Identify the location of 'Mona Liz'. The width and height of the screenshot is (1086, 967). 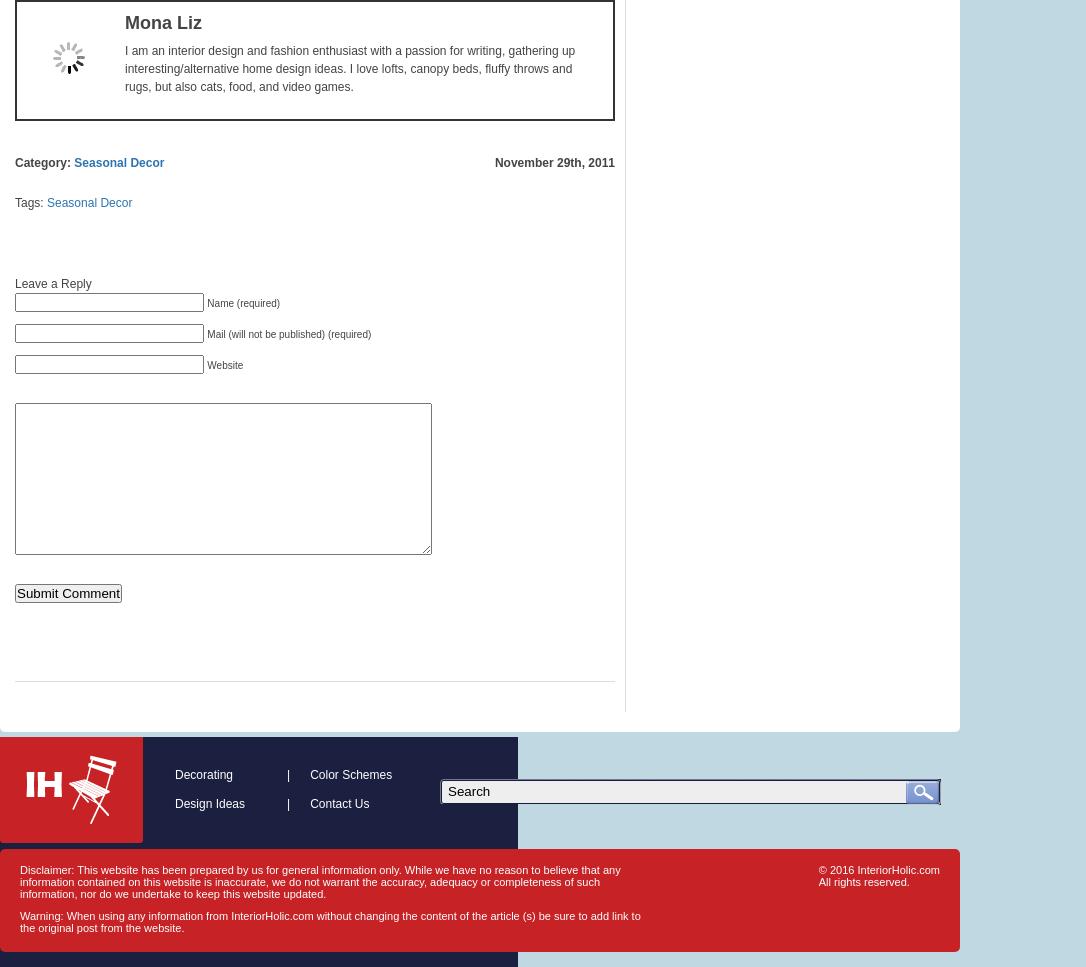
(162, 23).